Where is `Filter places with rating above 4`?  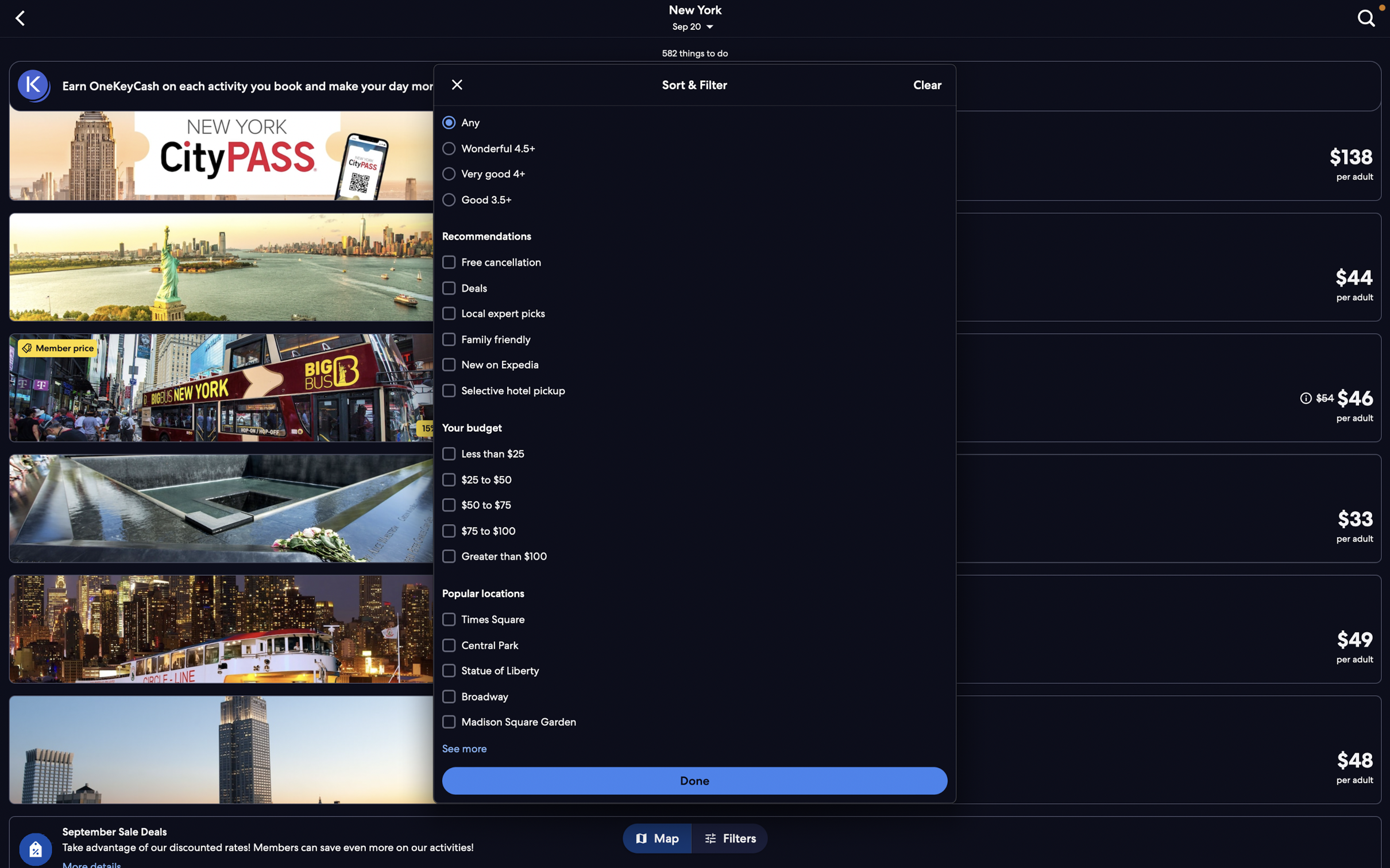
Filter places with rating above 4 is located at coordinates (693, 174).